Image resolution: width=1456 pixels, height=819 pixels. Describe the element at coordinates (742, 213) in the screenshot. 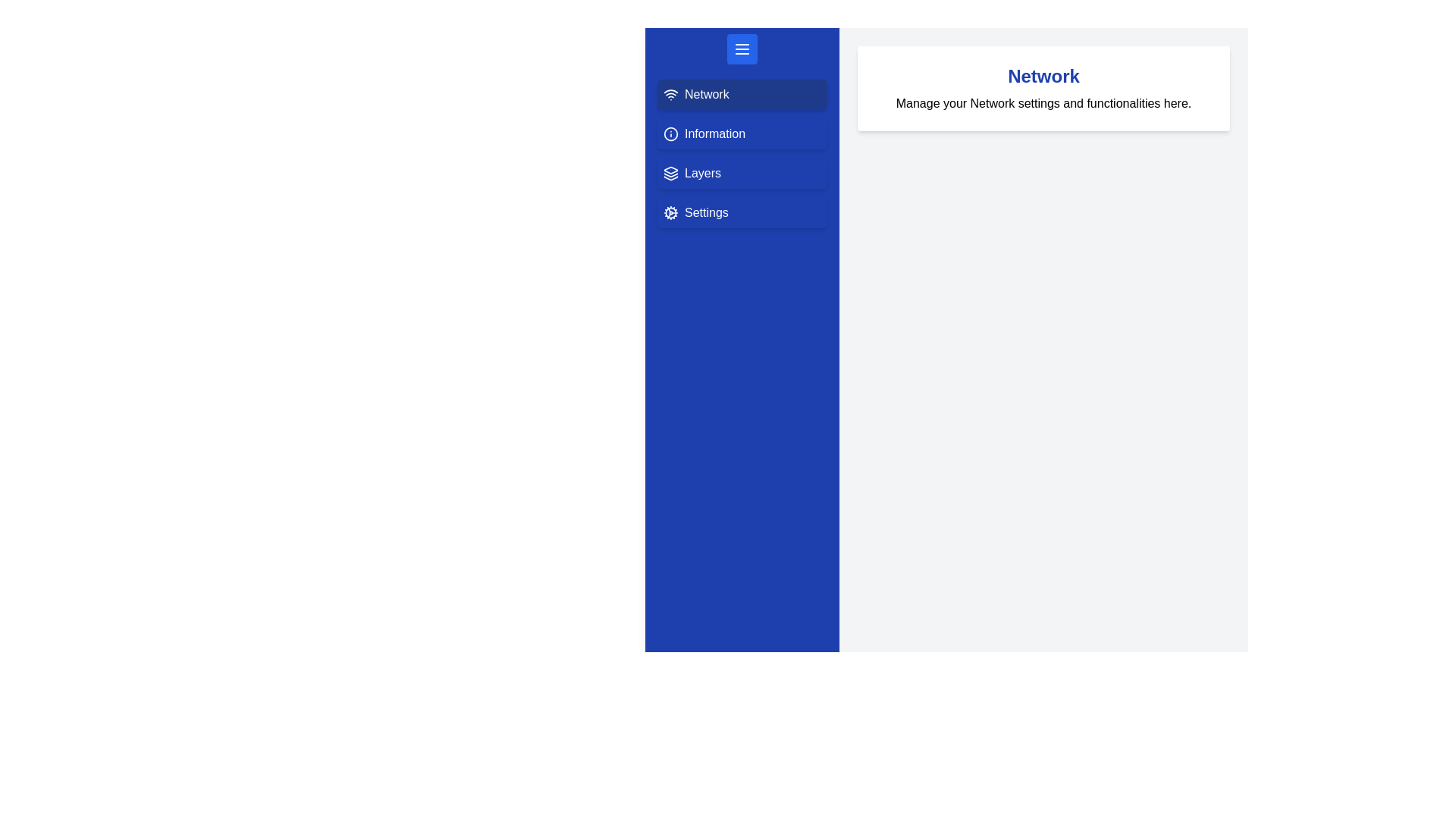

I see `the menu option Settings from the drawer` at that location.